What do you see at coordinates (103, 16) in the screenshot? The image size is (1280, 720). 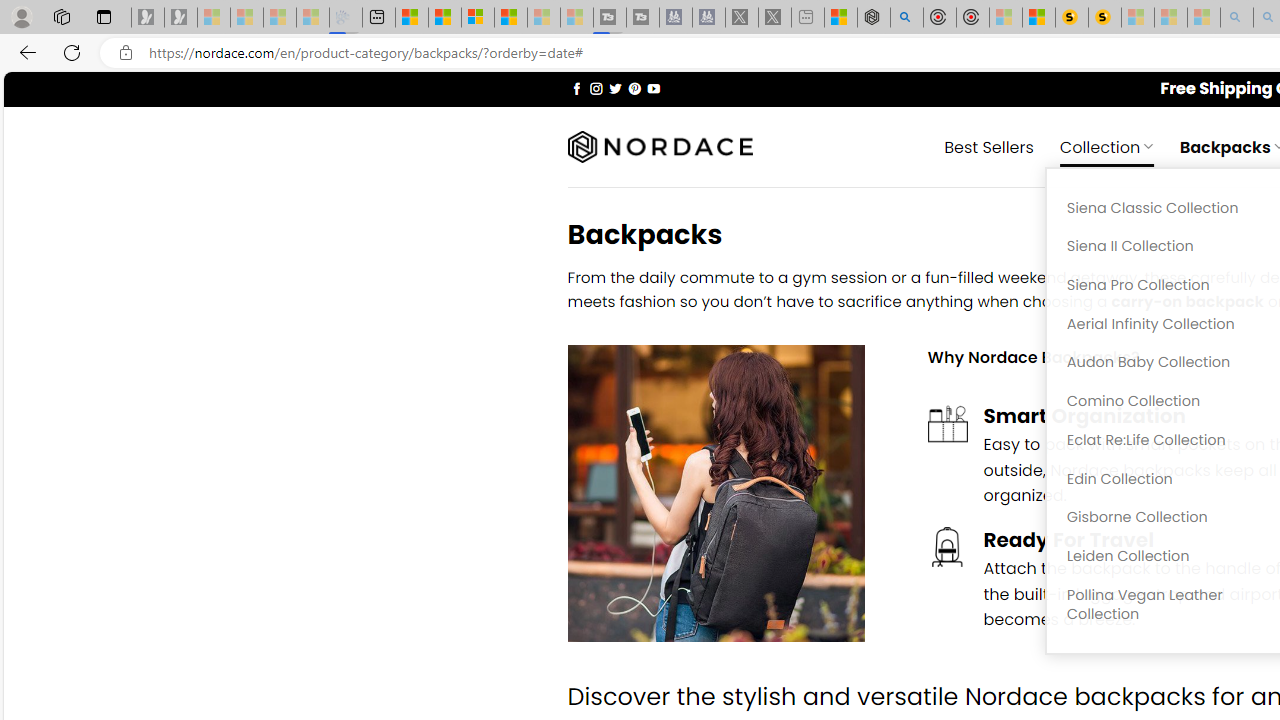 I see `'Tab actions menu'` at bounding box center [103, 16].